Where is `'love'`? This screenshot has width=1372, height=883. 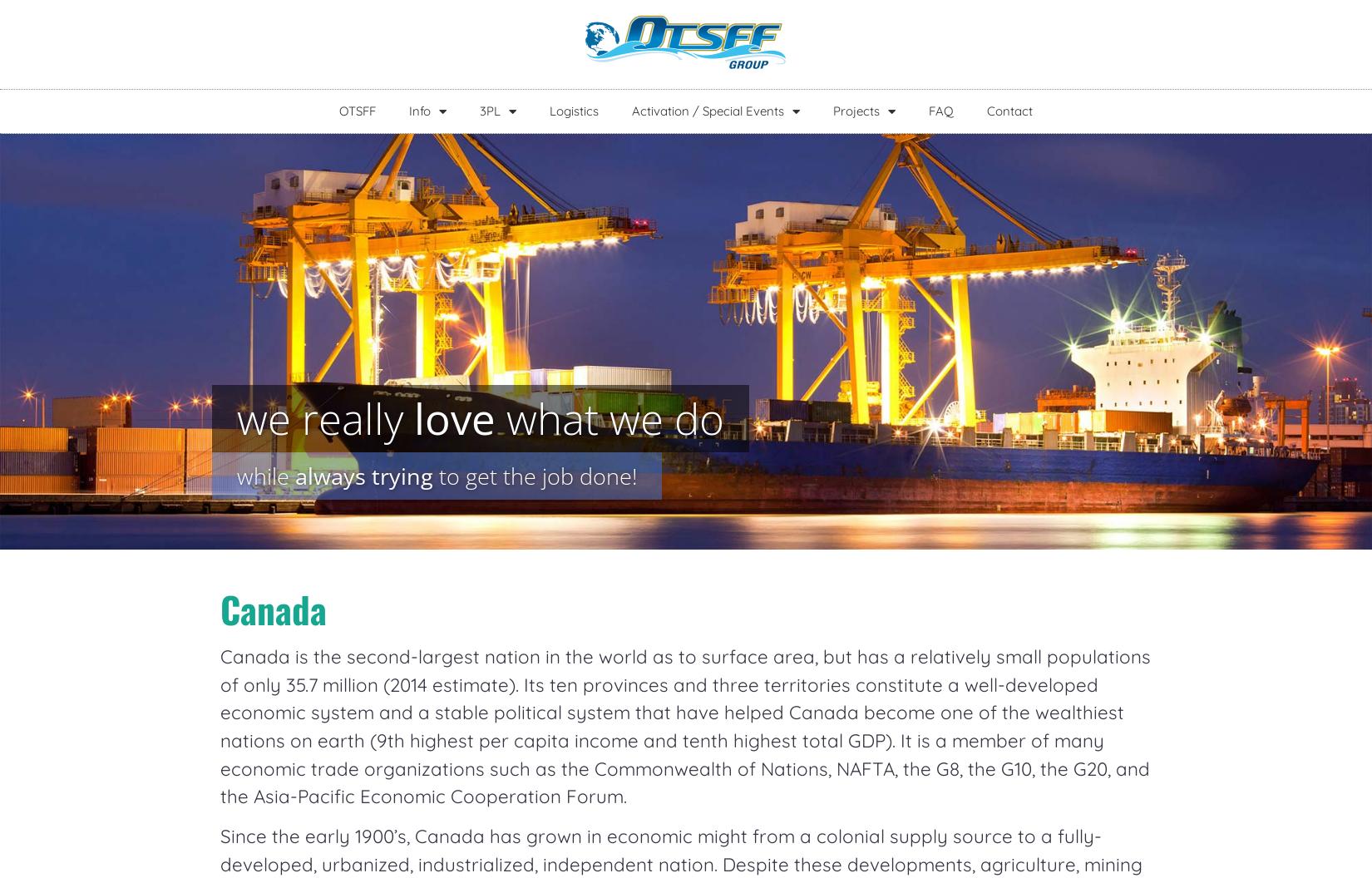
'love' is located at coordinates (453, 417).